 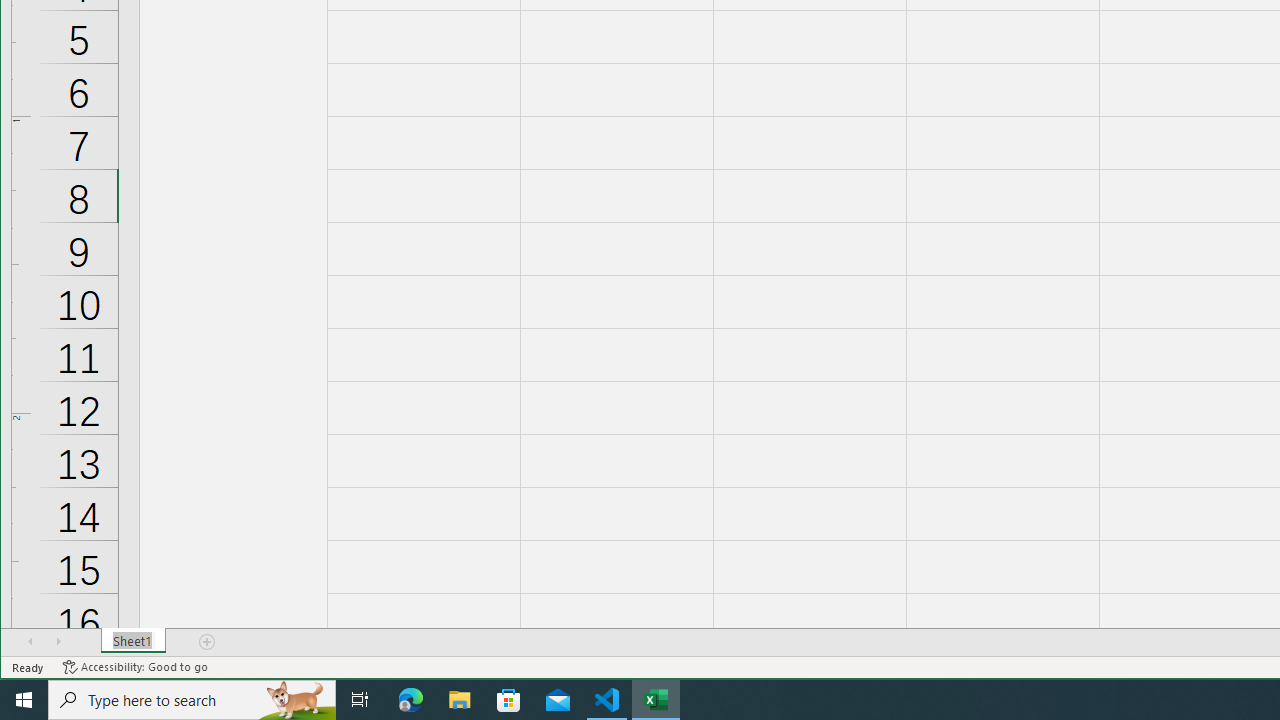 What do you see at coordinates (30, 641) in the screenshot?
I see `'Scroll Left'` at bounding box center [30, 641].